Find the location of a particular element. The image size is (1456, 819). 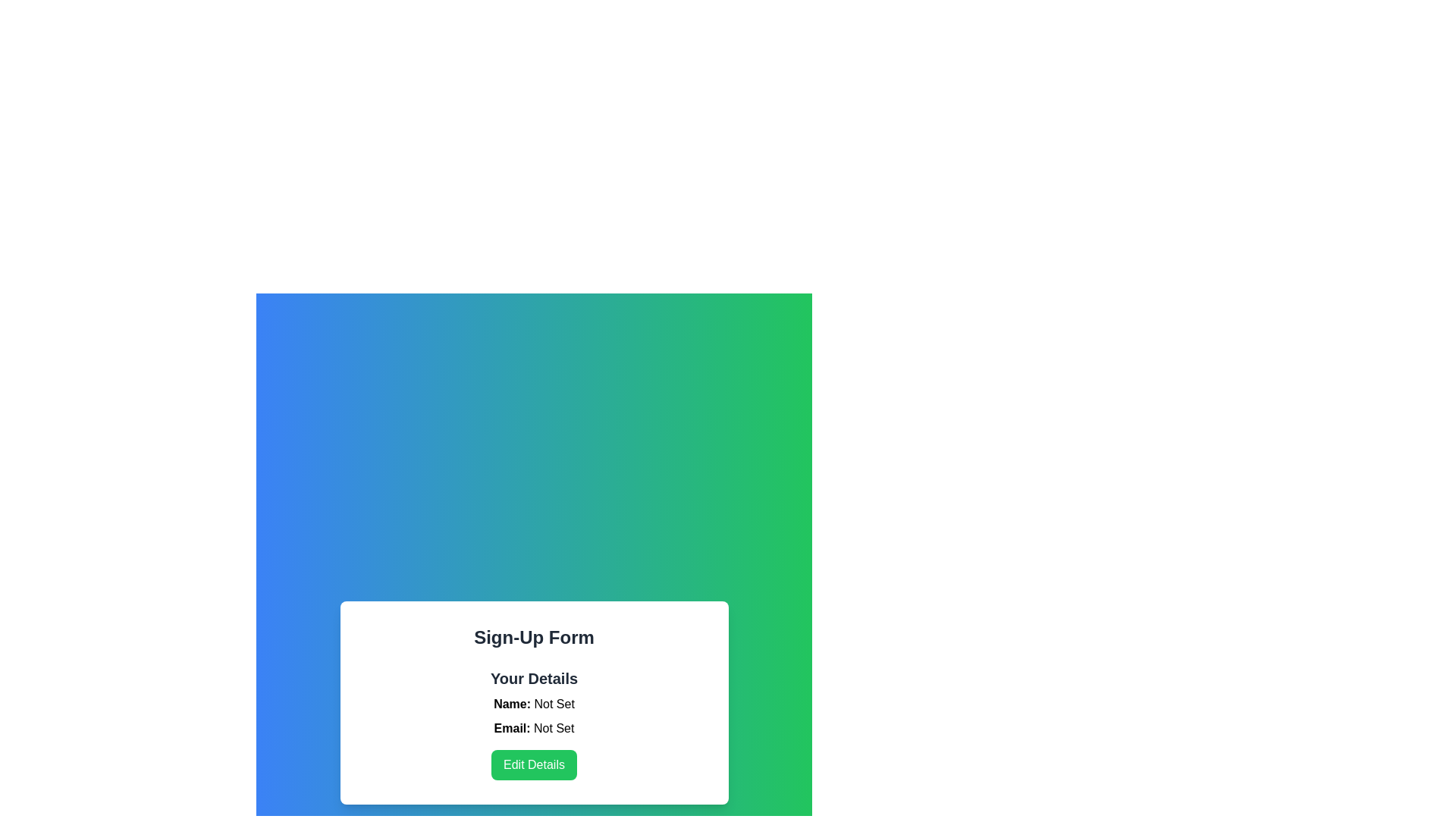

the label indicating the user's name in the 'Your Details' section of the sign-up form card, which is the first line aligned to the left is located at coordinates (512, 704).